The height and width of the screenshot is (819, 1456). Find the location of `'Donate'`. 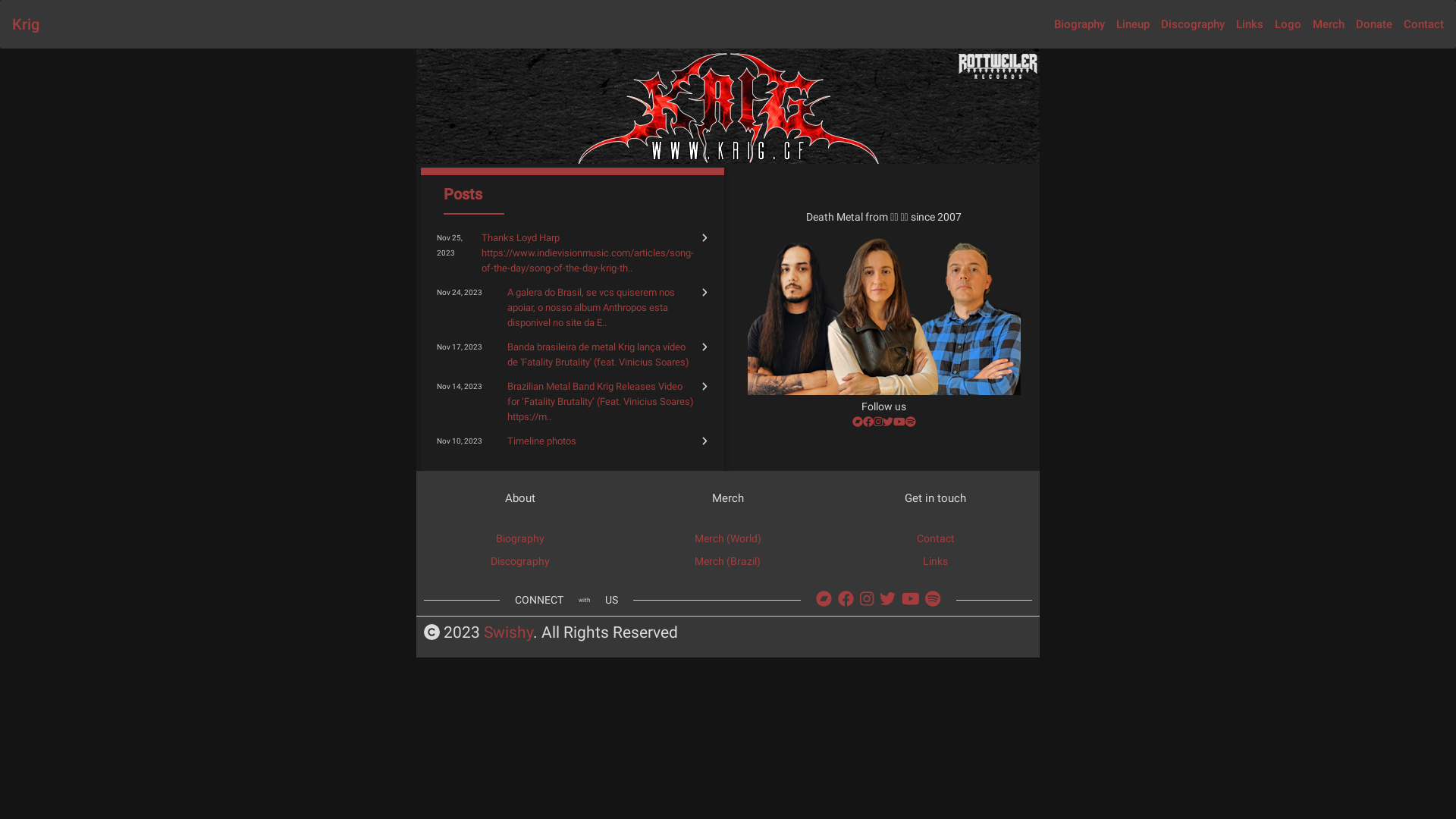

'Donate' is located at coordinates (1374, 24).